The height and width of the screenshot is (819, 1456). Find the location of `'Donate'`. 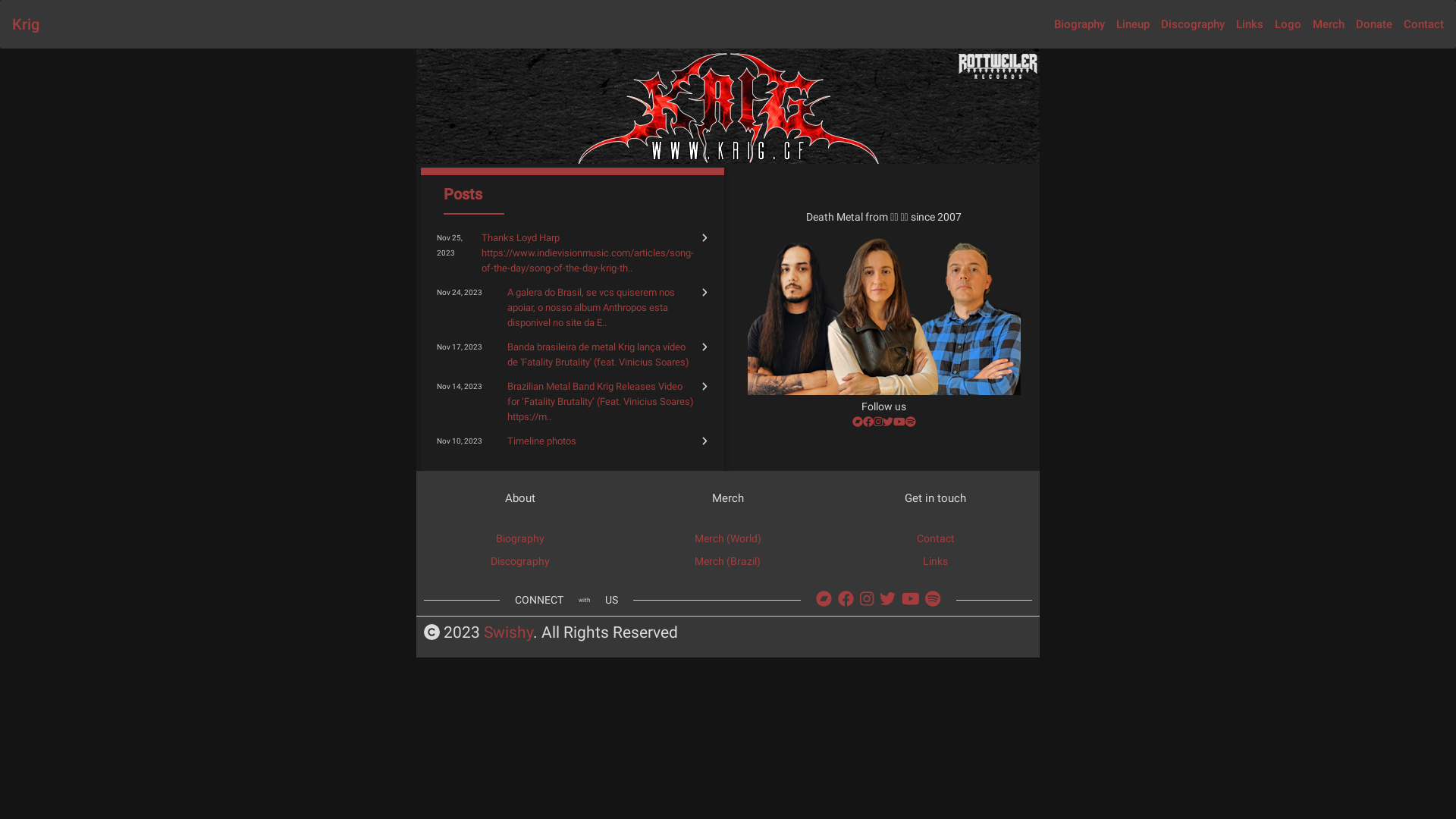

'Donate' is located at coordinates (1374, 24).